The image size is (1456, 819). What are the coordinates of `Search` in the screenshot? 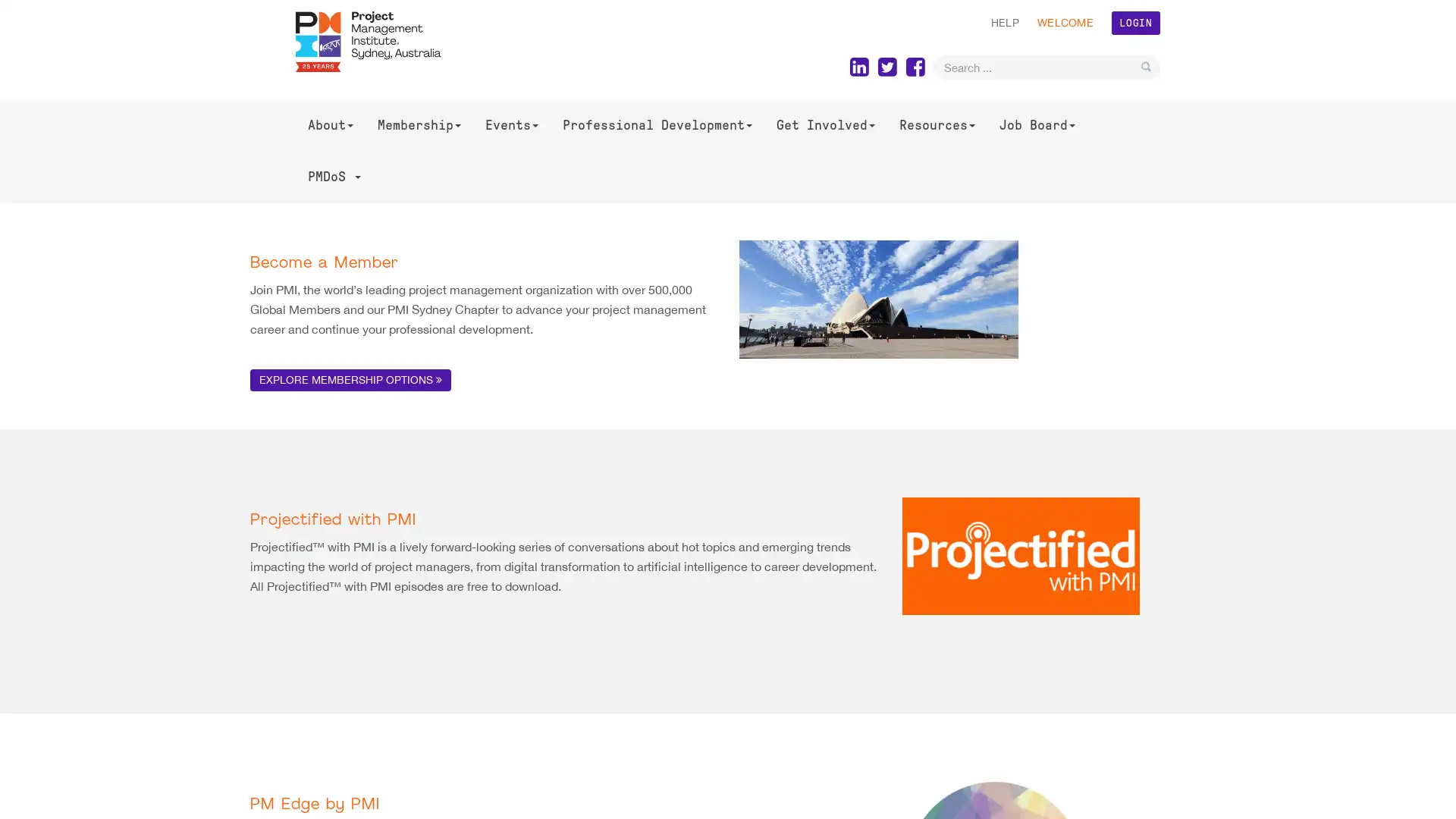 It's located at (1146, 66).